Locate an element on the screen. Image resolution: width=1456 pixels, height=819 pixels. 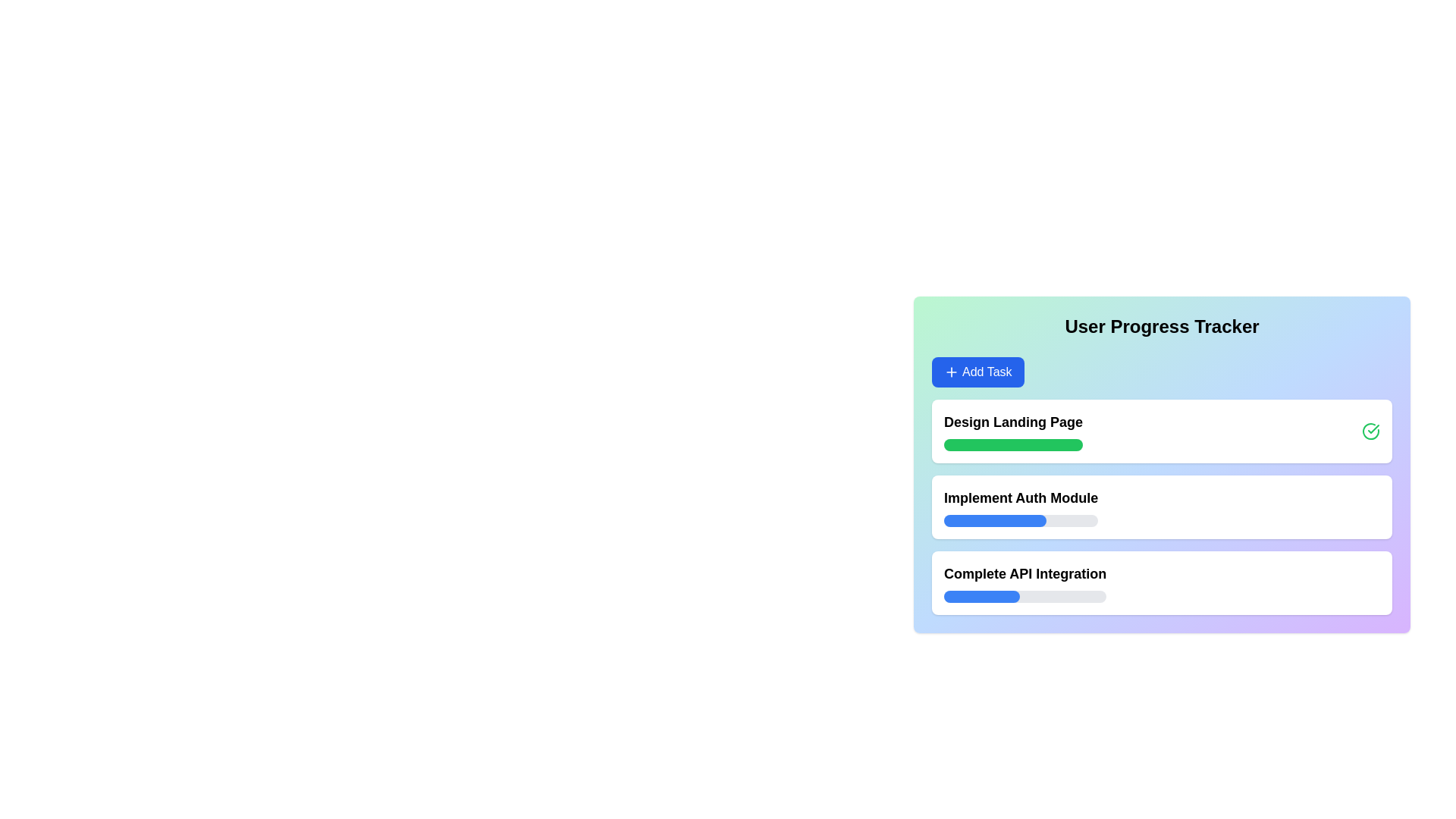
text label displaying the title 'Complete API Integration' located in the third section of the progress tracker interface, which is positioned above the progress bar is located at coordinates (1025, 573).